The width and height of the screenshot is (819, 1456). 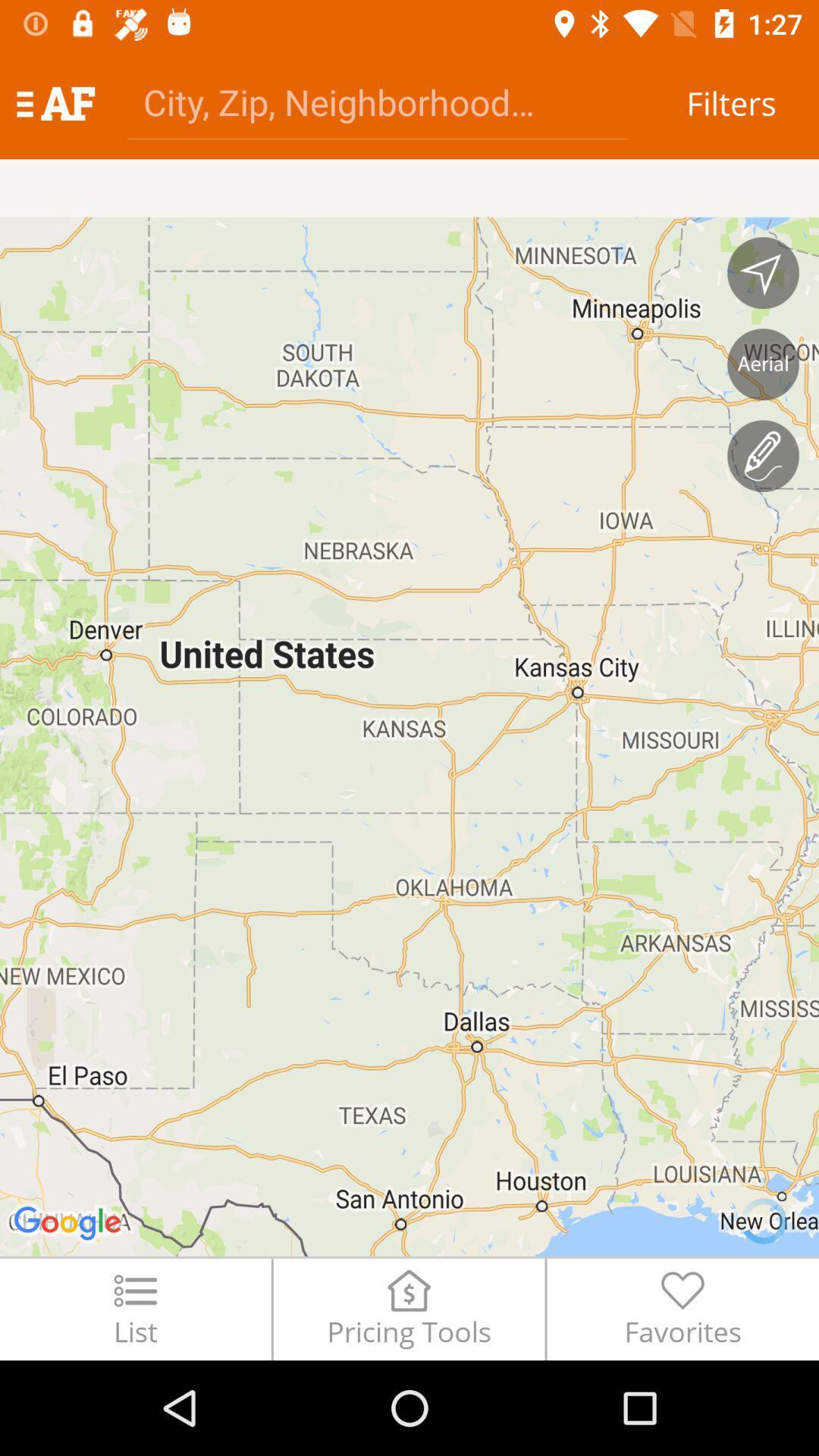 What do you see at coordinates (763, 273) in the screenshot?
I see `to sail` at bounding box center [763, 273].